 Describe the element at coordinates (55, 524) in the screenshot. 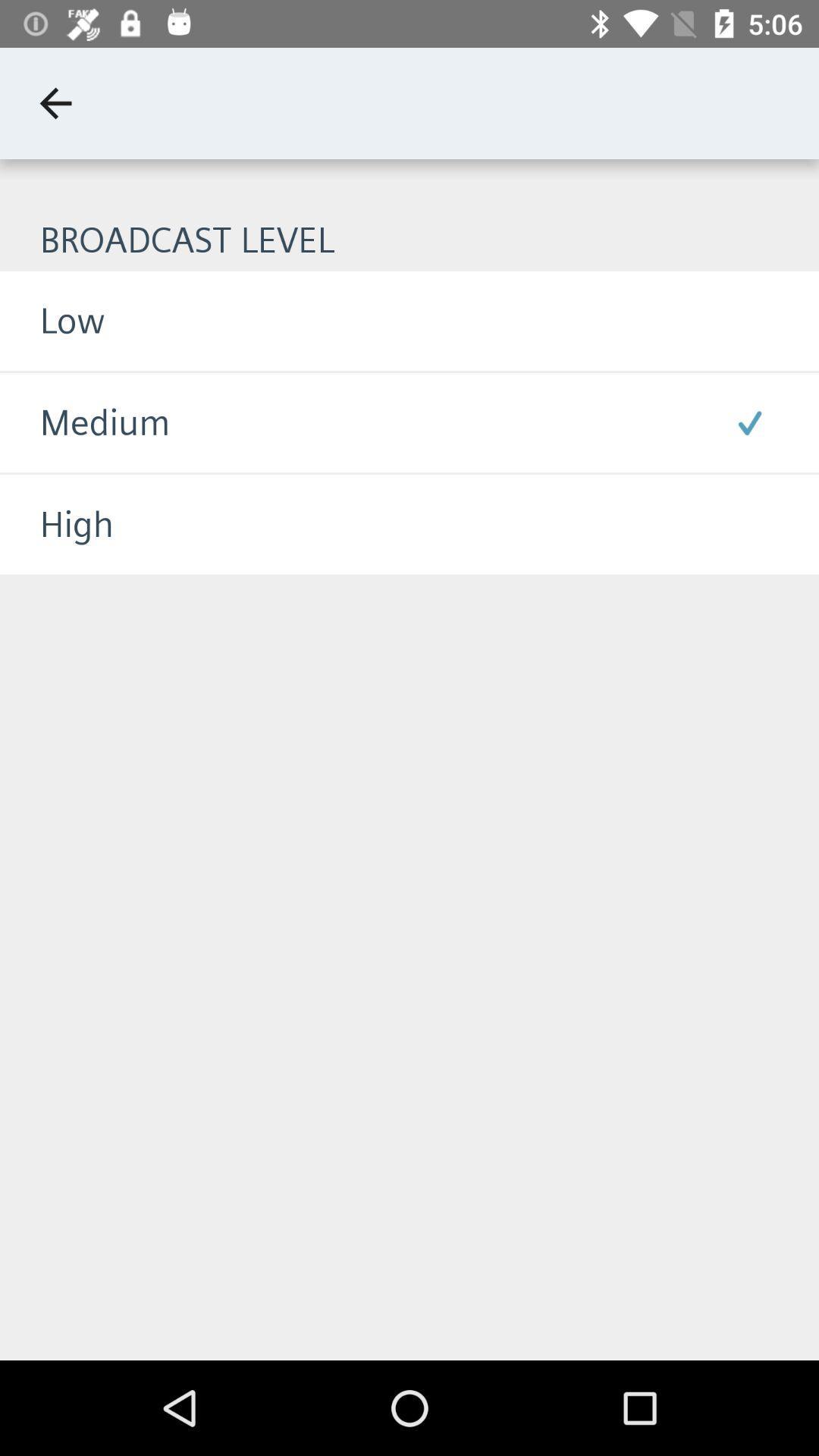

I see `item on the left` at that location.